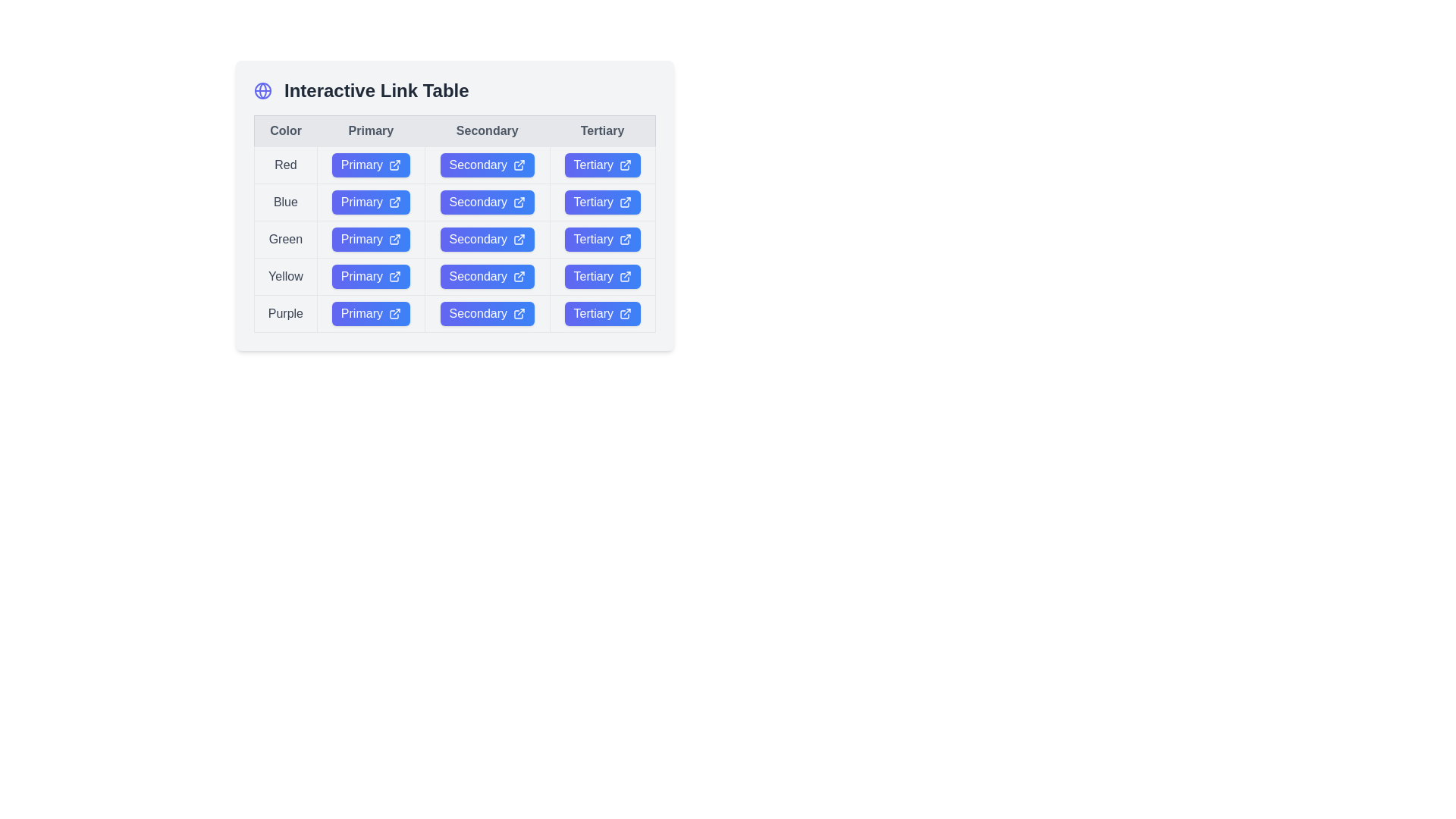 The width and height of the screenshot is (1456, 819). I want to click on the 'Secondary' button, so click(487, 277).